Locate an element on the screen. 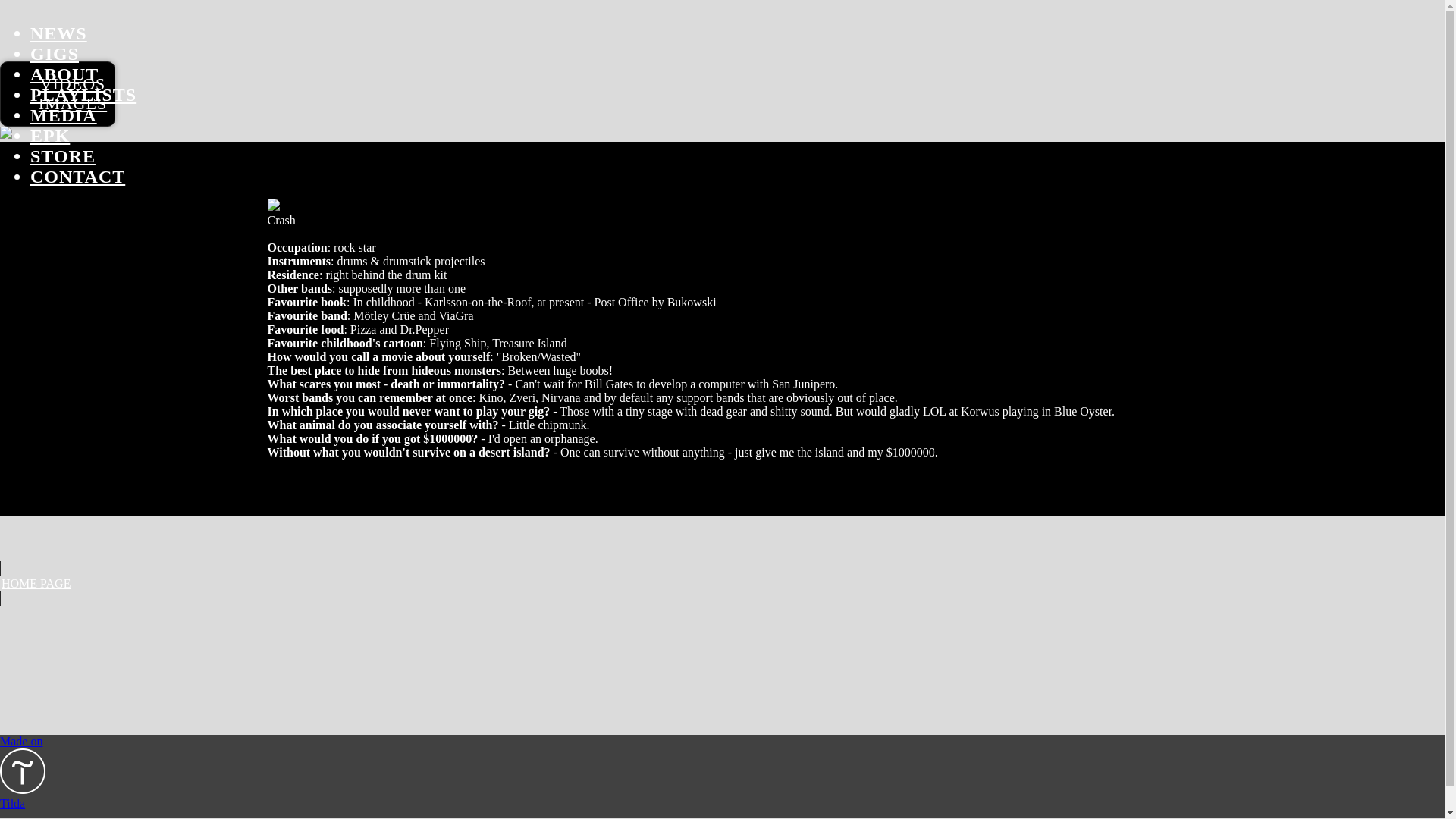 This screenshot has width=1456, height=819. 'NEWS' is located at coordinates (58, 33).